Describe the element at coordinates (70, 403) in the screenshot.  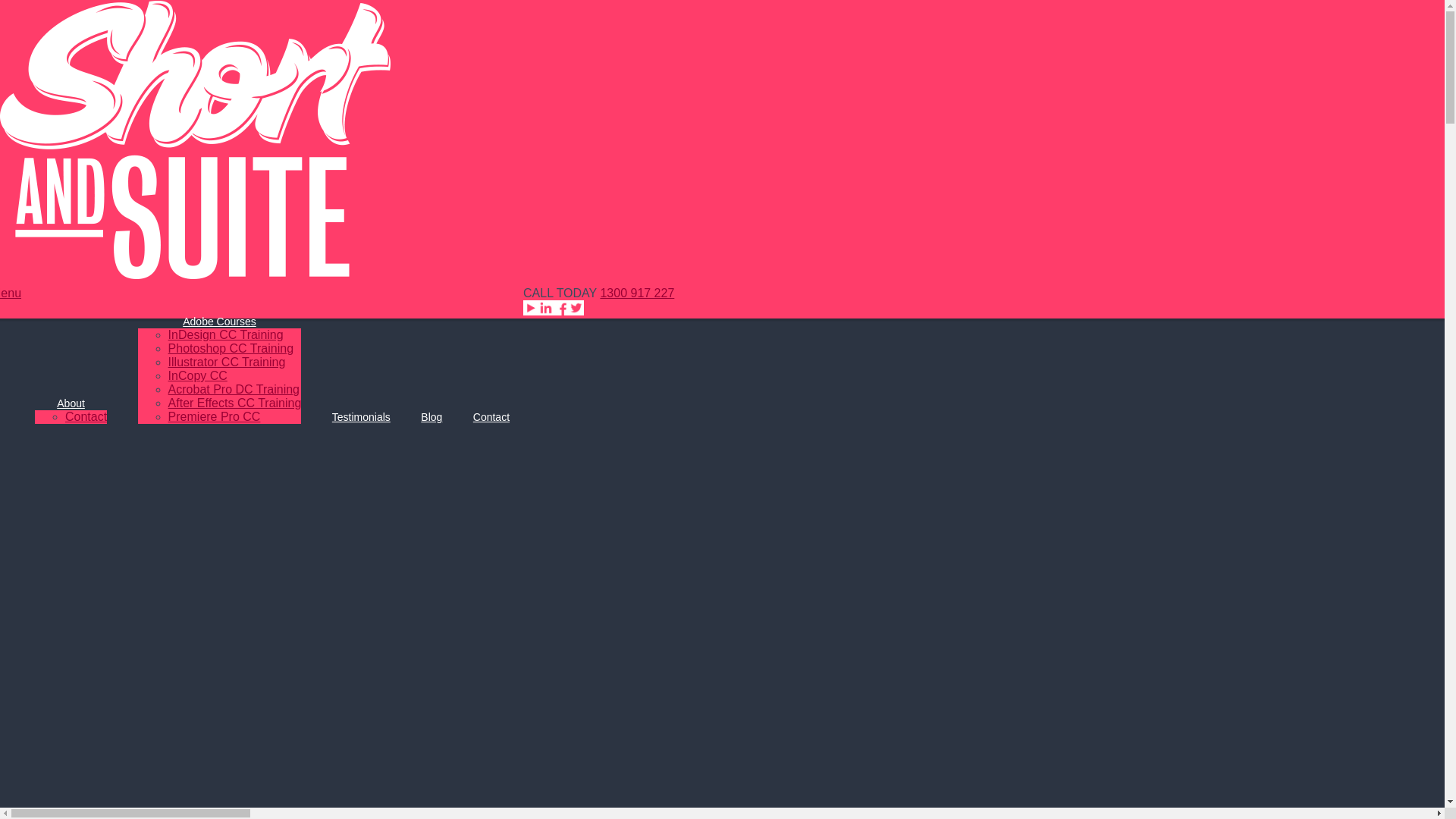
I see `'About'` at that location.